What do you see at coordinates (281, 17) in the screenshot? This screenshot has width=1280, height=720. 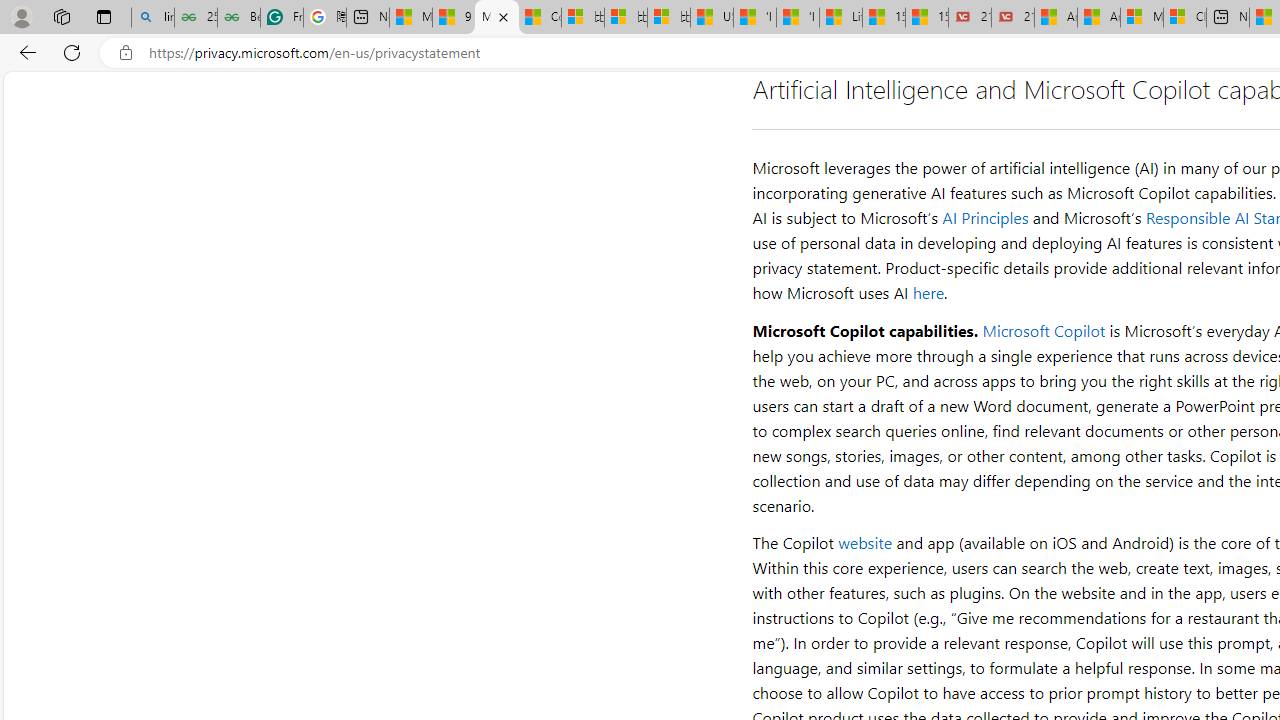 I see `'Free AI Writing Assistance for Students | Grammarly'` at bounding box center [281, 17].